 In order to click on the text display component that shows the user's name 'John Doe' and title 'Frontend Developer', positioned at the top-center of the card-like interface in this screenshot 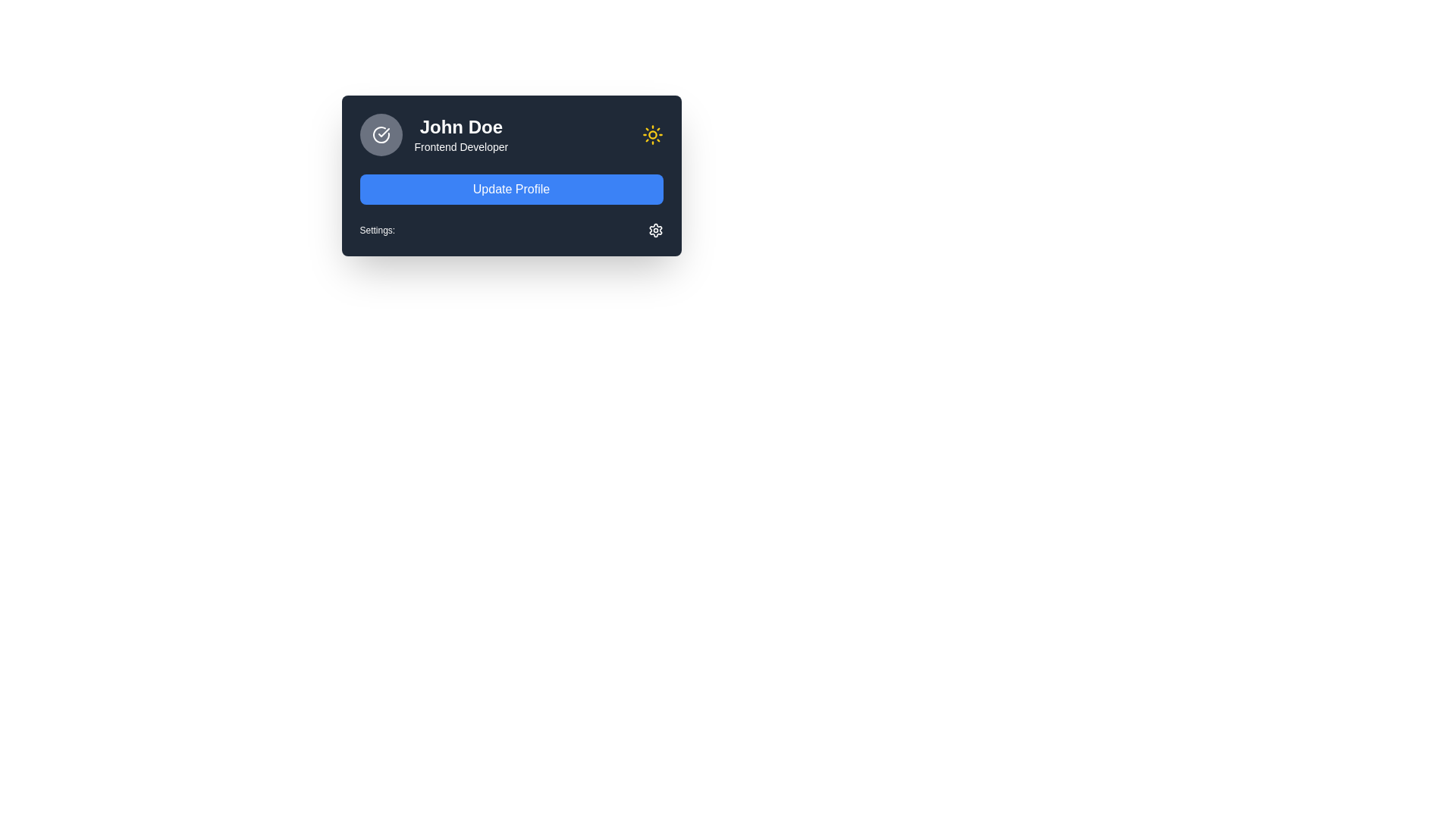, I will do `click(460, 133)`.